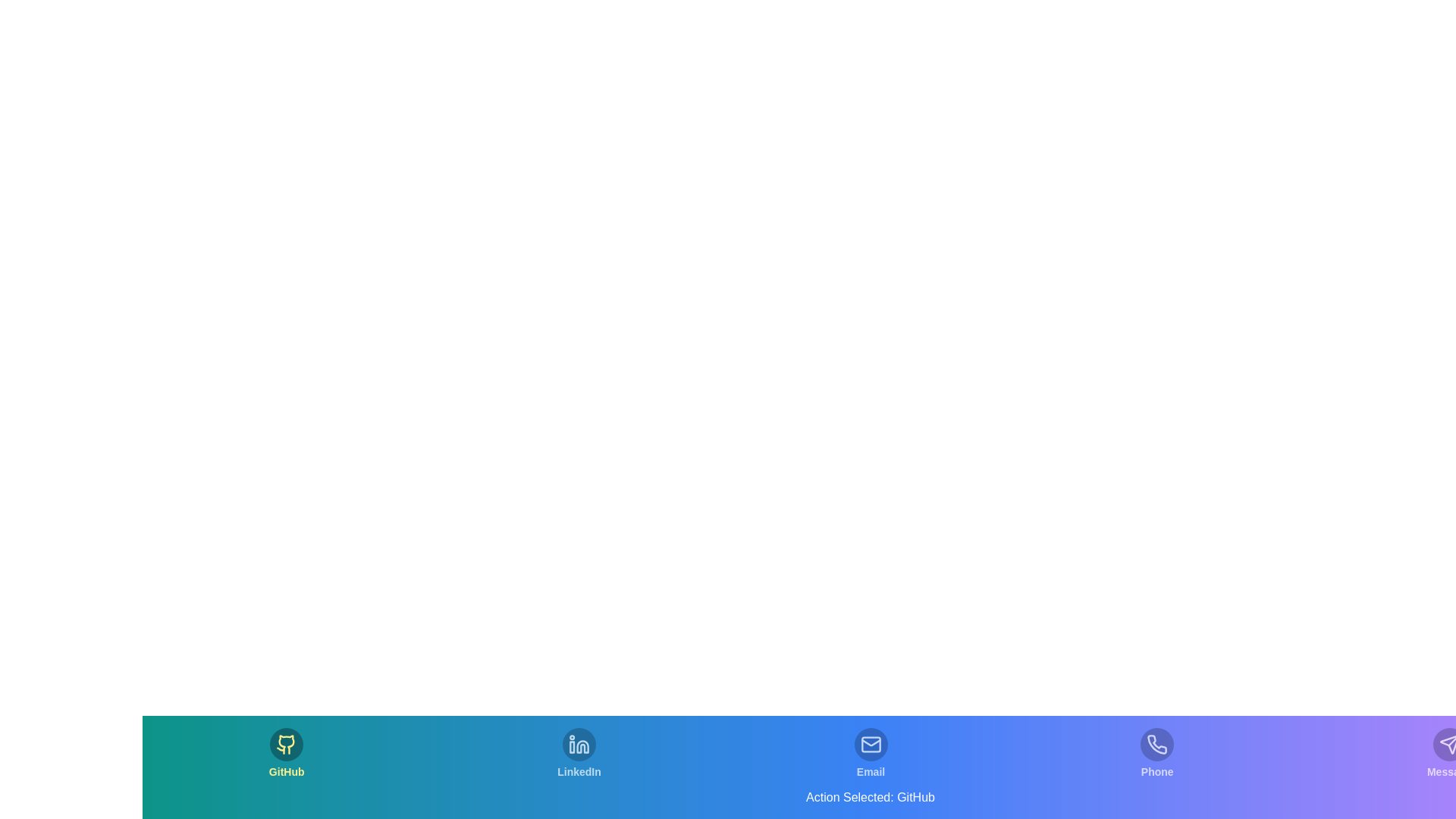 This screenshot has height=819, width=1456. What do you see at coordinates (578, 754) in the screenshot?
I see `the tab corresponding to LinkedIn to observe the action text update` at bounding box center [578, 754].